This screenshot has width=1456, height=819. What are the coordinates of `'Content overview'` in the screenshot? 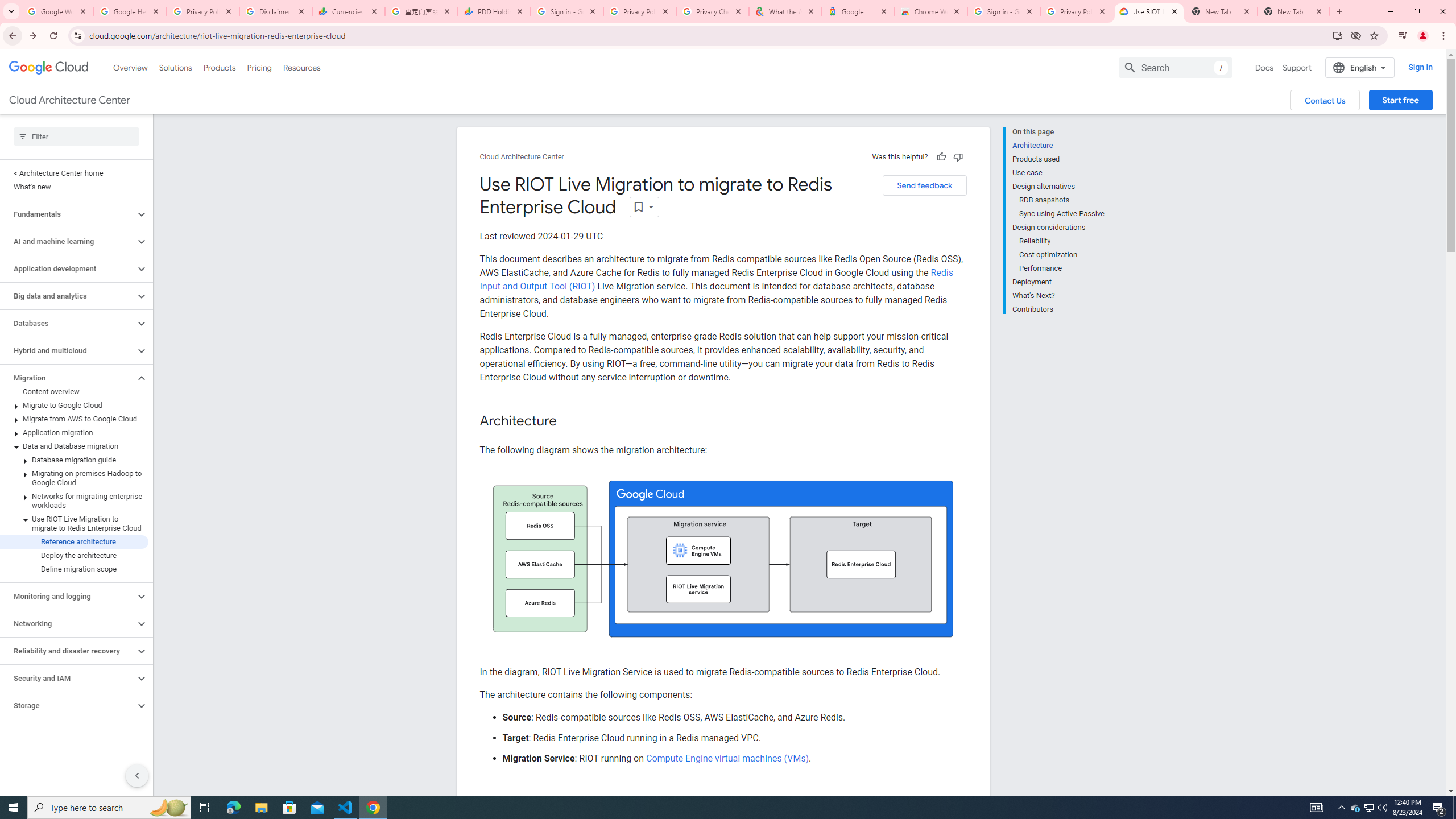 It's located at (74, 392).